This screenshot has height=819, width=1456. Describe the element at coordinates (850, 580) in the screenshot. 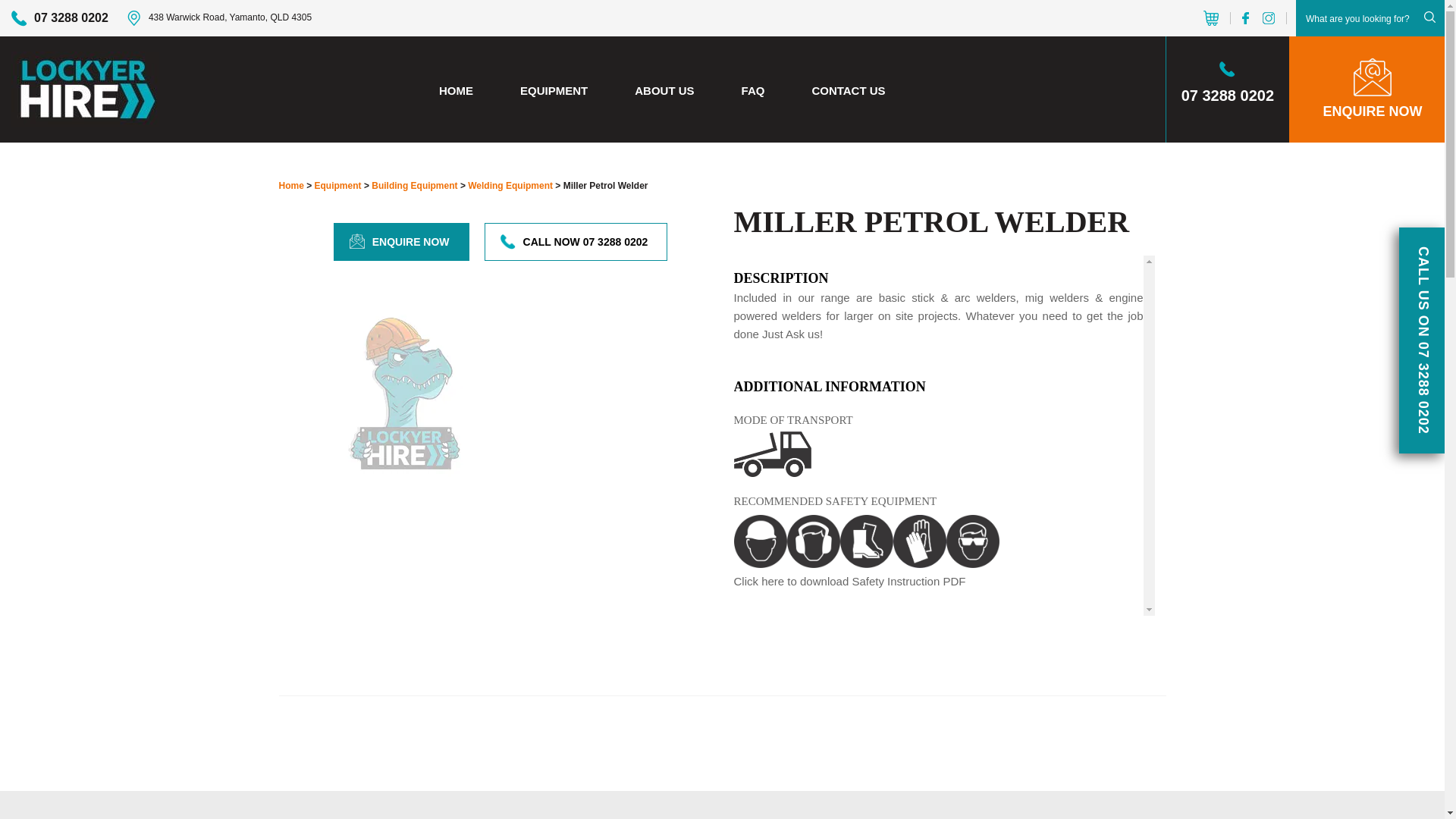

I see `'Click here to download Safety Instruction PDF'` at that location.